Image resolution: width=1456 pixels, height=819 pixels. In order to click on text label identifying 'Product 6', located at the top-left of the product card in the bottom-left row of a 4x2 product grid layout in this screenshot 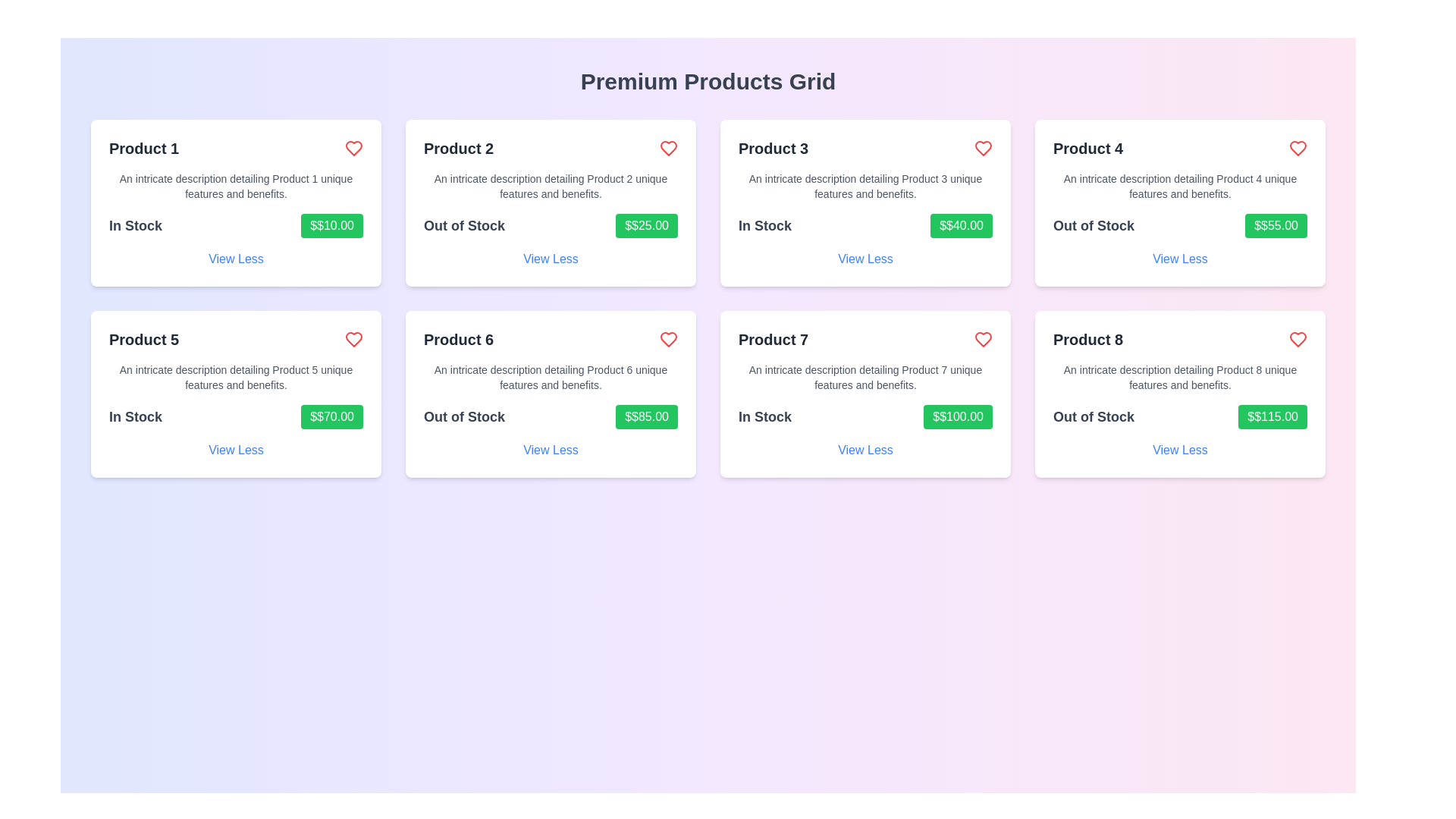, I will do `click(458, 338)`.